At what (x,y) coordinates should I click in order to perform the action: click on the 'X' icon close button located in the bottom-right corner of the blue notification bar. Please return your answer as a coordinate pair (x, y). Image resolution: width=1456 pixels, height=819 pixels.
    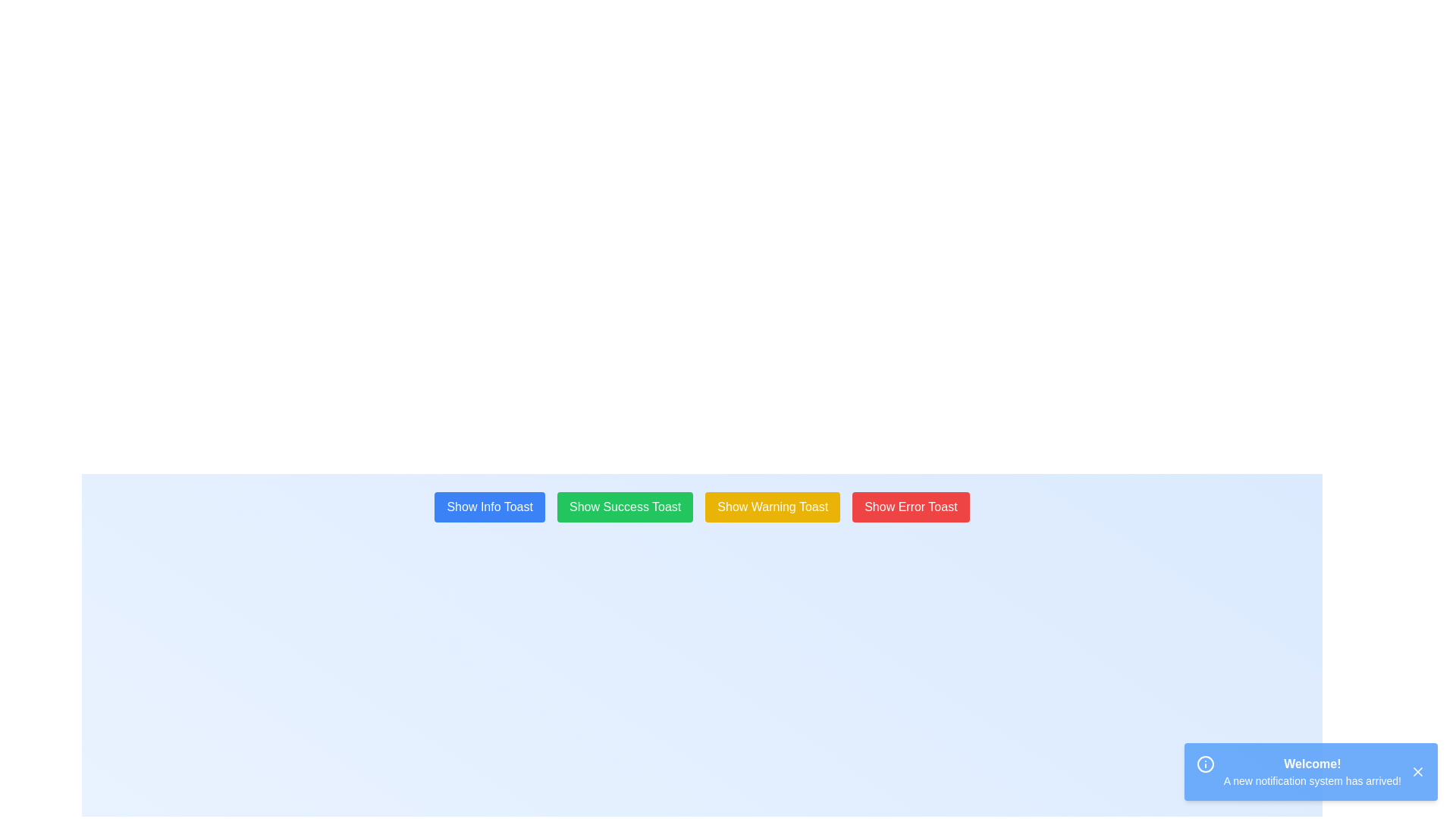
    Looking at the image, I should click on (1417, 772).